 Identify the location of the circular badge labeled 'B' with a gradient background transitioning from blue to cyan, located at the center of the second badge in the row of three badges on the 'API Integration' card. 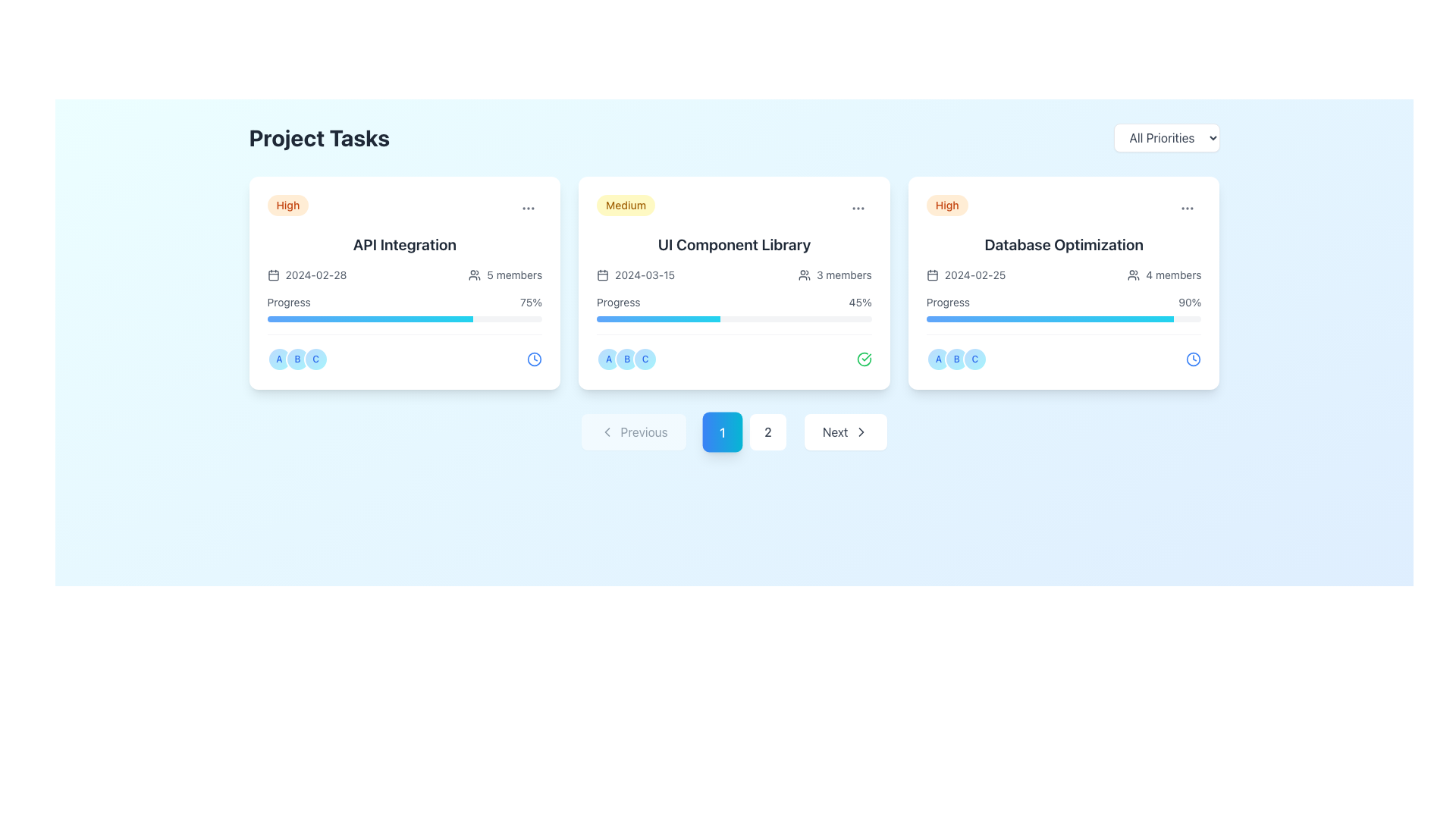
(297, 359).